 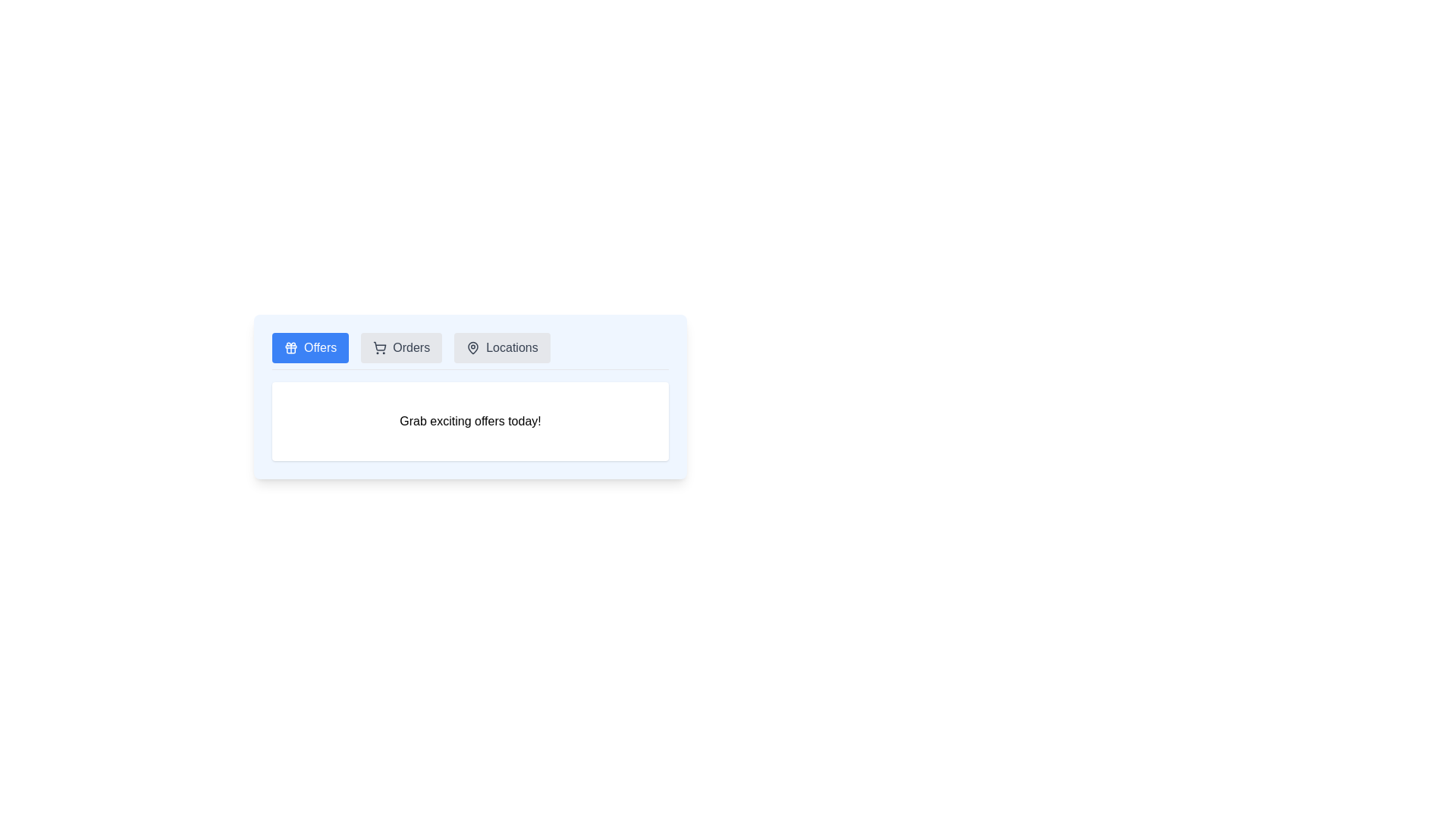 I want to click on the tab labeled Locations, so click(x=502, y=348).